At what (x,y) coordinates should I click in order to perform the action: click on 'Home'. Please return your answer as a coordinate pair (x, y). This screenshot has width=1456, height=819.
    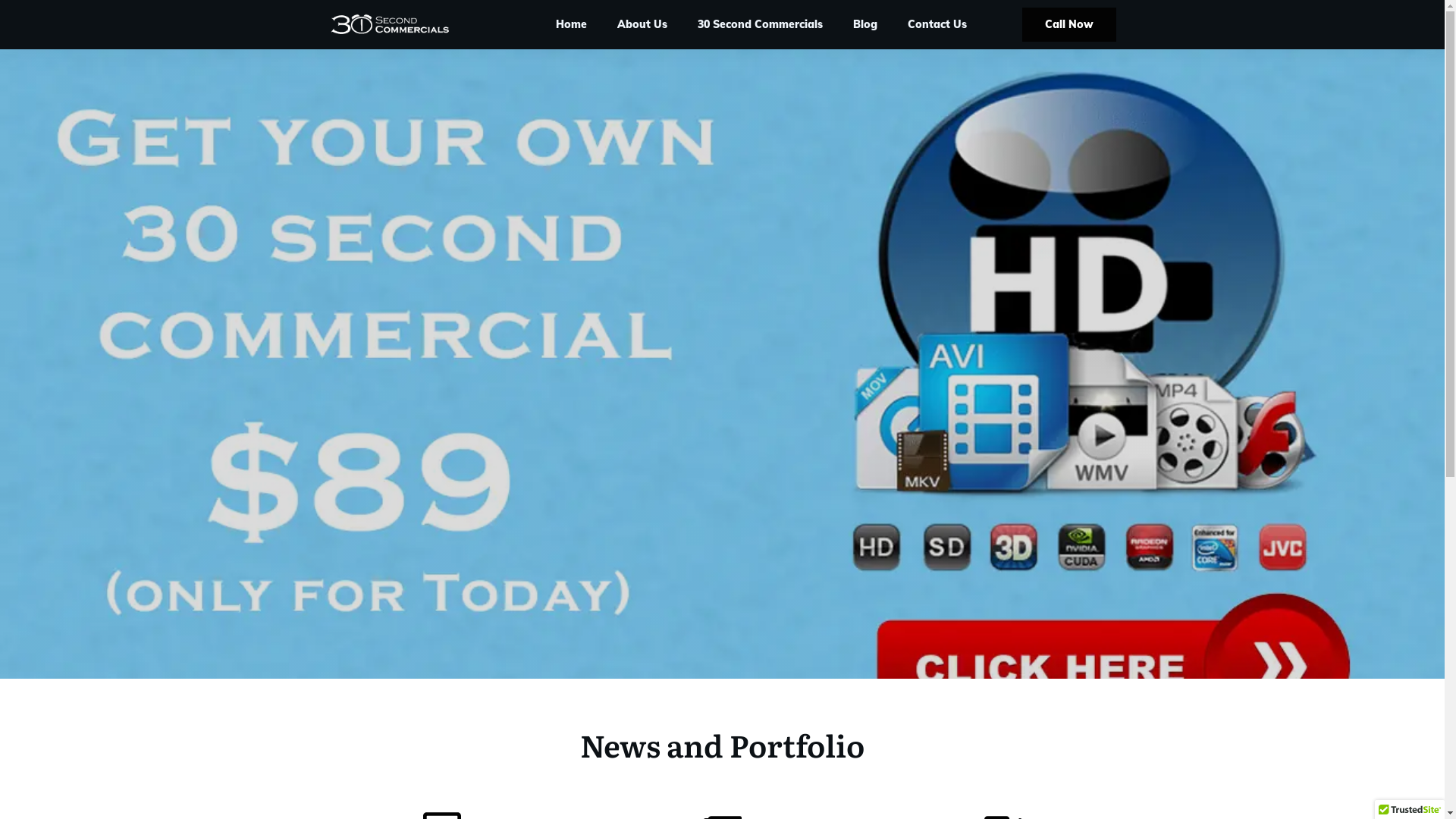
    Looking at the image, I should click on (570, 24).